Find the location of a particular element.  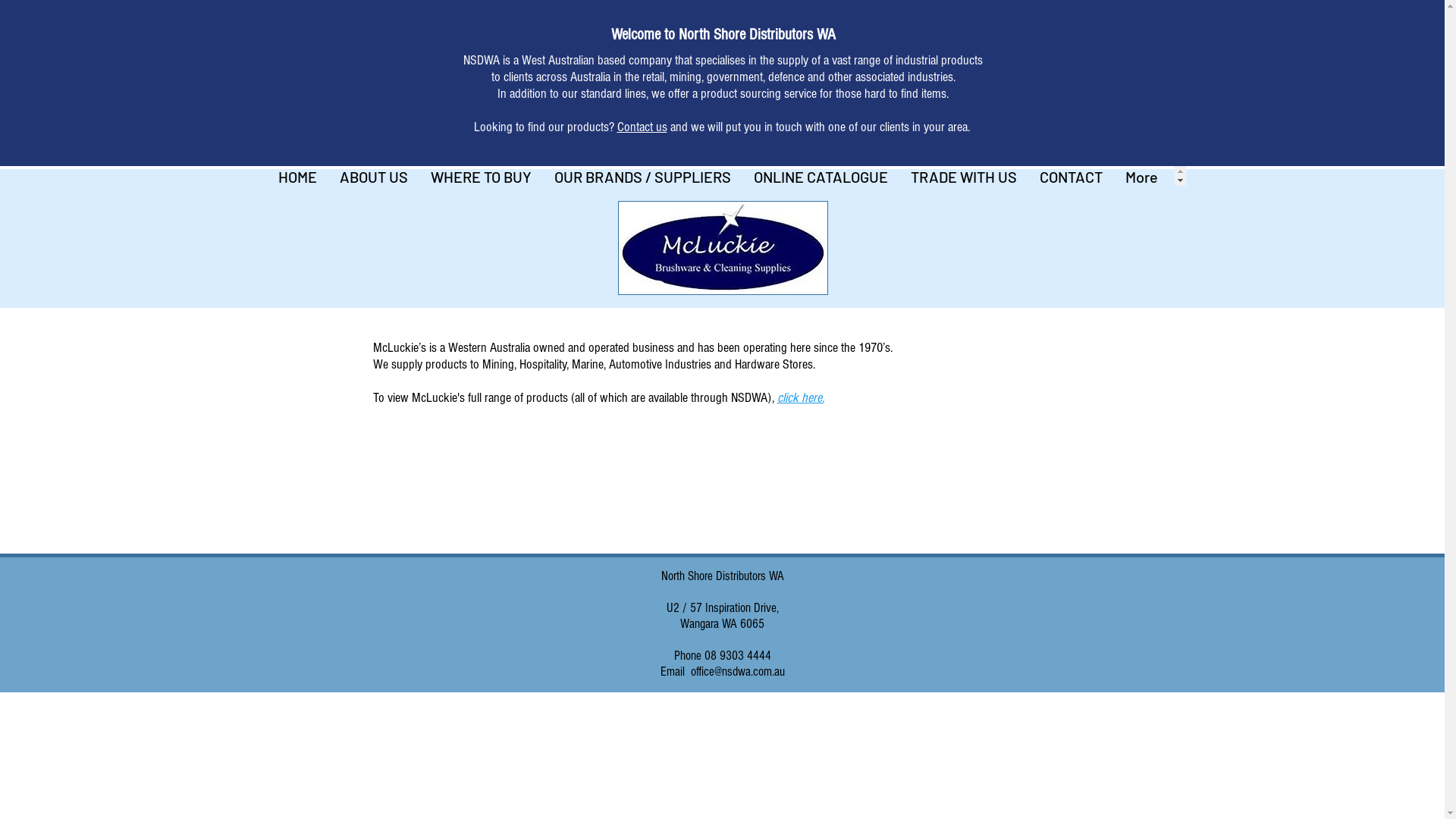

'Contact us' is located at coordinates (642, 126).